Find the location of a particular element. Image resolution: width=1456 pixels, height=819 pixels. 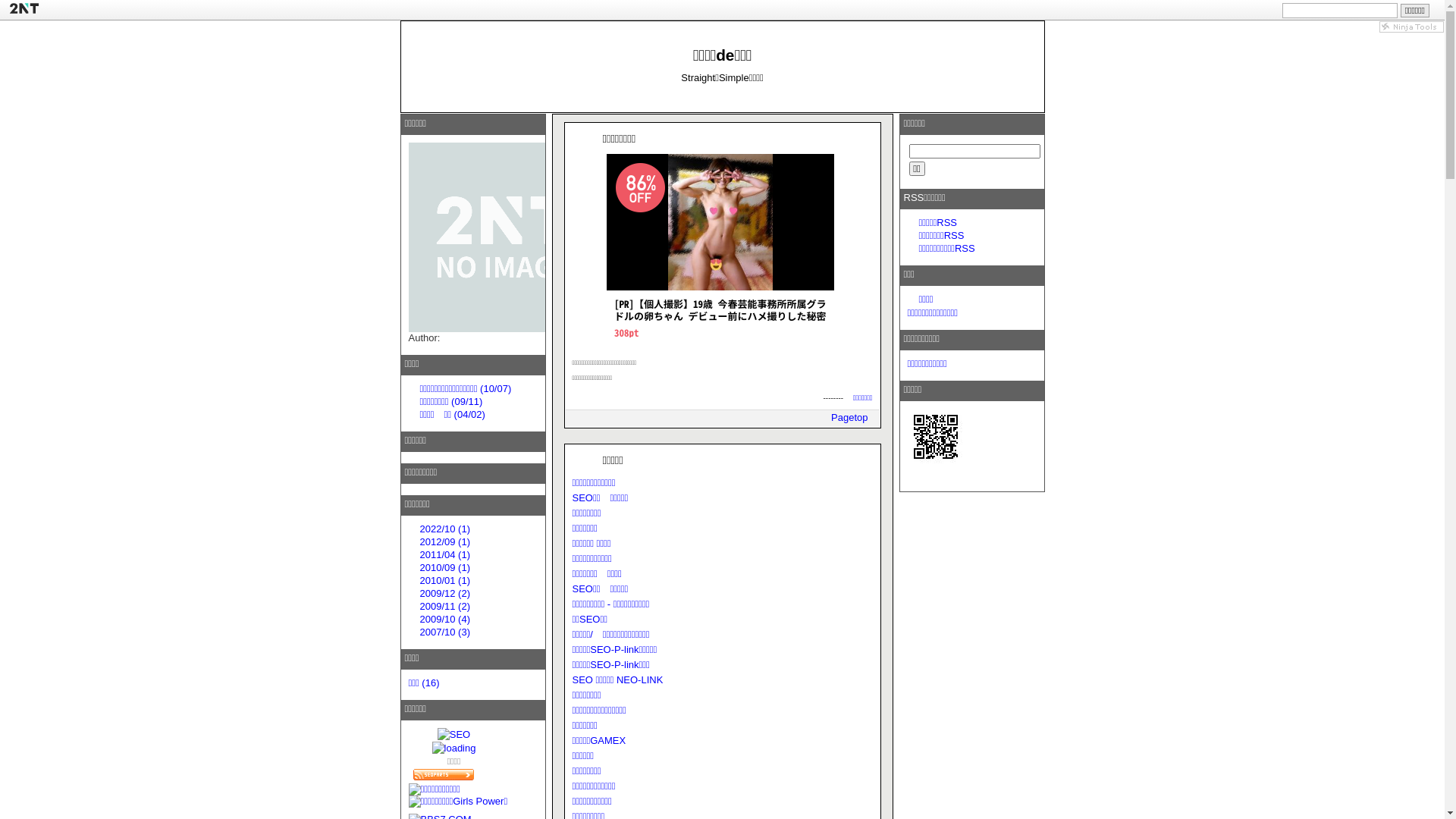

'2009/12 (2)' is located at coordinates (419, 592).